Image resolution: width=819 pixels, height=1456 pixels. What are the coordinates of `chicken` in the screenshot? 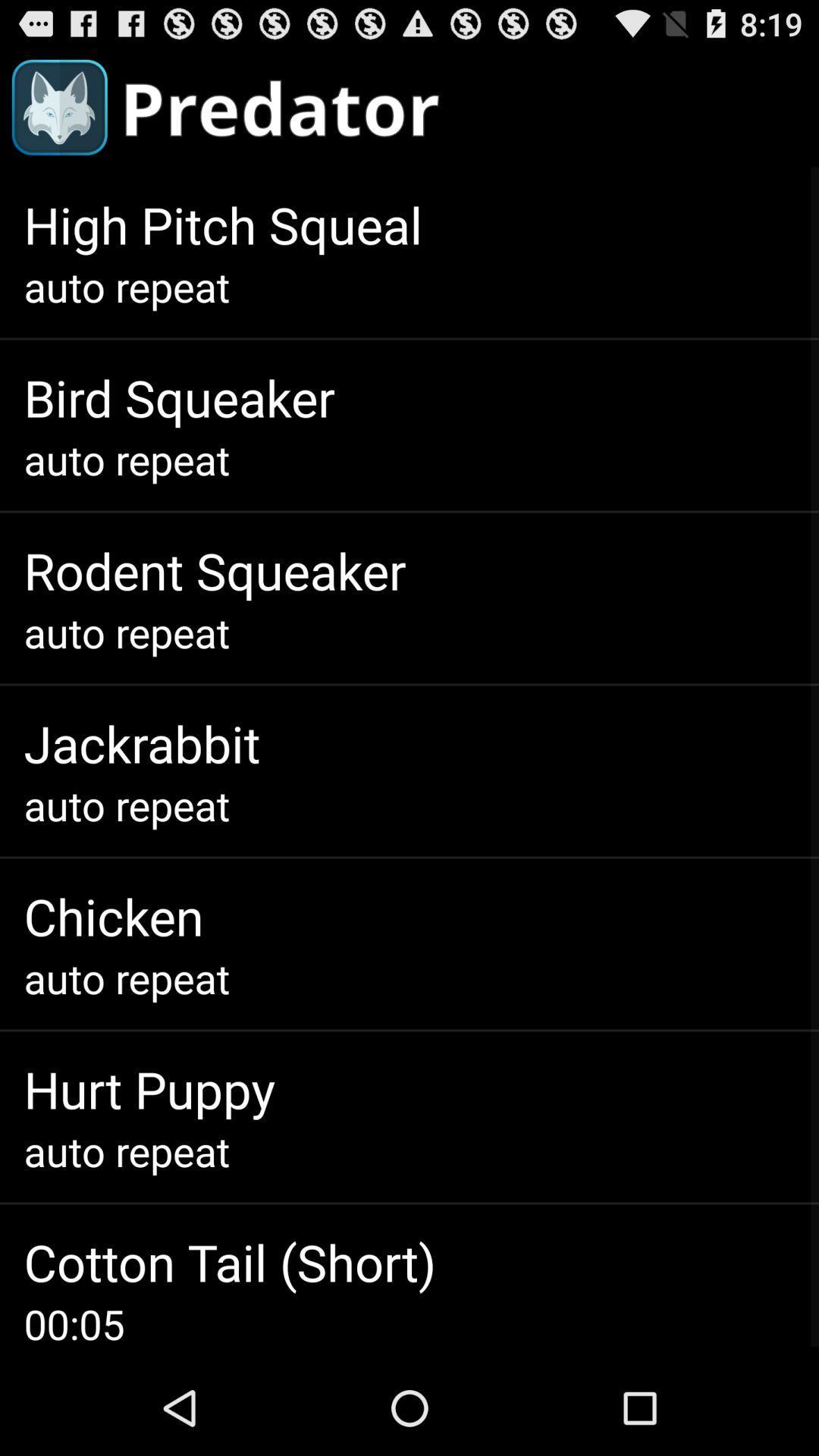 It's located at (113, 915).